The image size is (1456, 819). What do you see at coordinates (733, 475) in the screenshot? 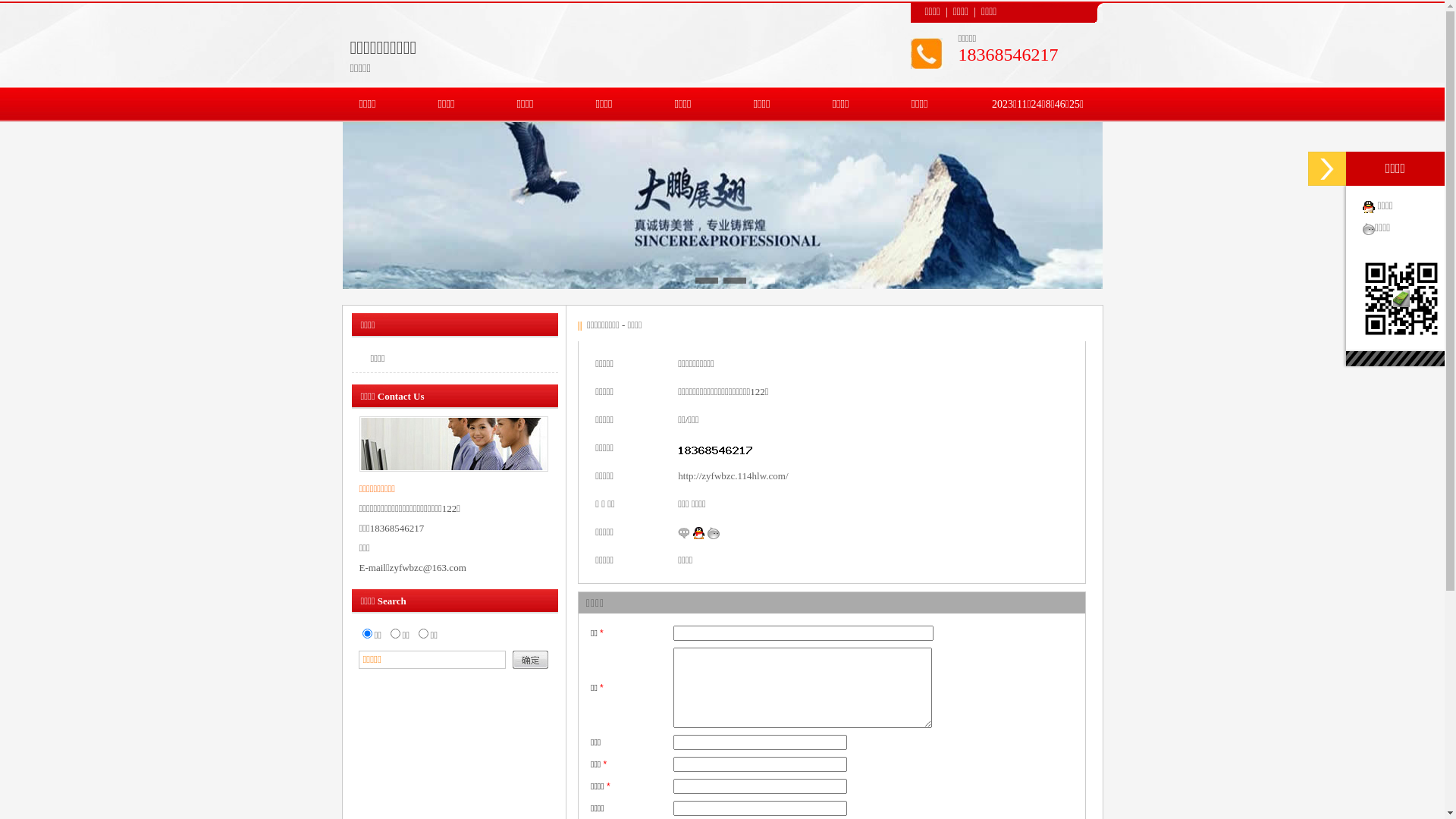
I see `'http://zyfwbzc.114hlw.com/'` at bounding box center [733, 475].